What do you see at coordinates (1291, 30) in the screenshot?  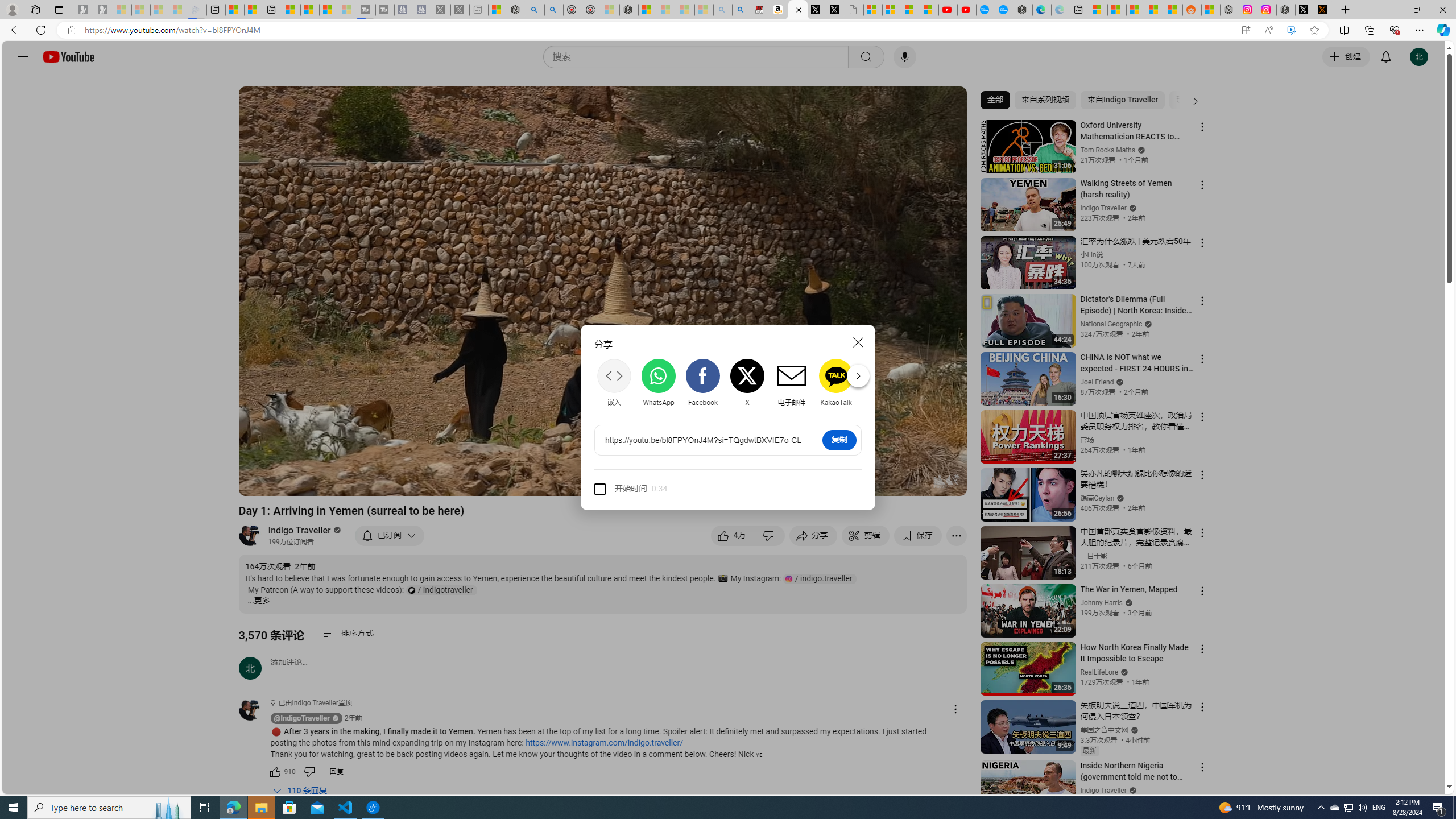 I see `'Enhance video'` at bounding box center [1291, 30].